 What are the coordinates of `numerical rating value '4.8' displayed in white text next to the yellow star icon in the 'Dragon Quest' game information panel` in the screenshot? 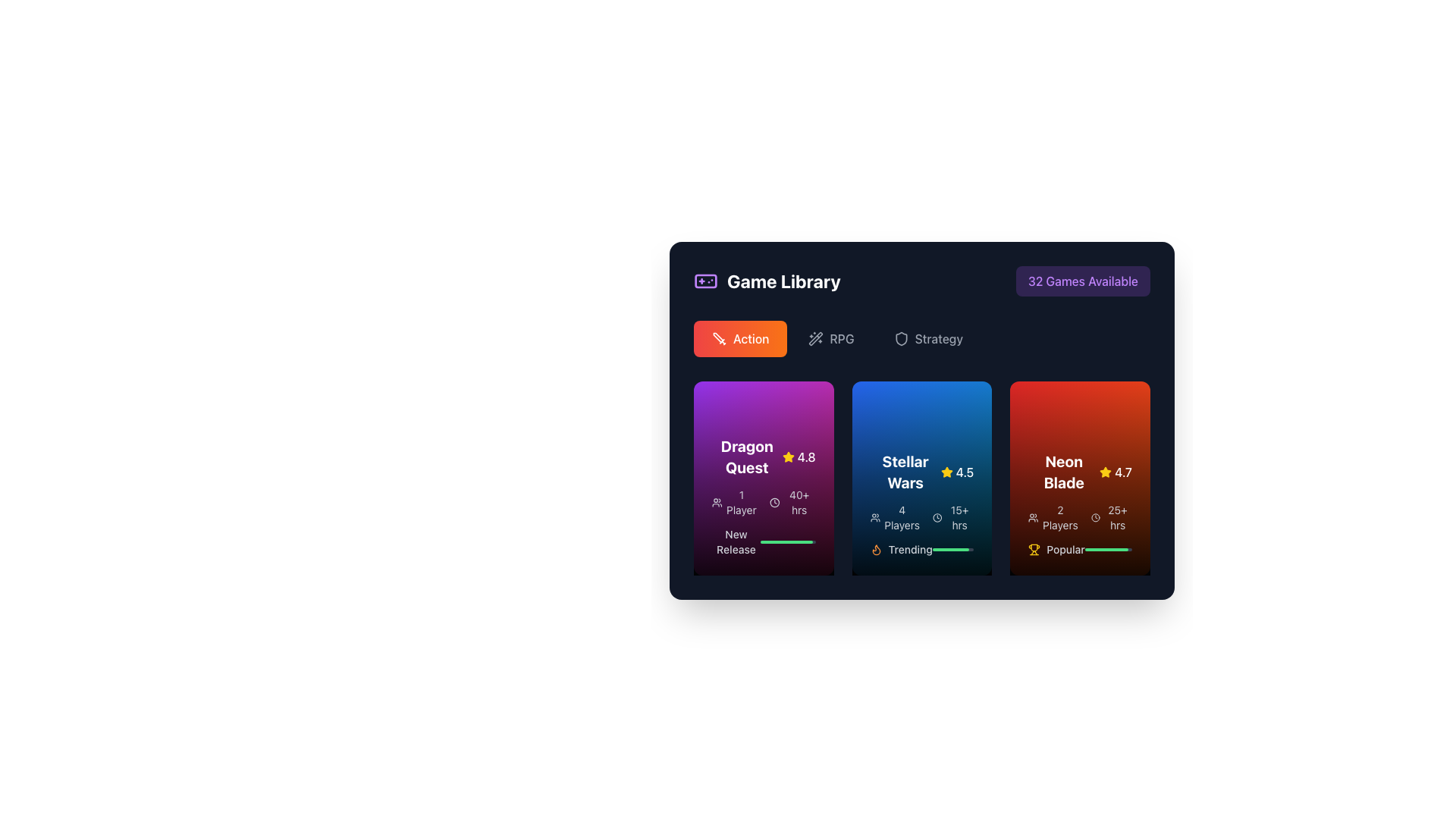 It's located at (805, 456).